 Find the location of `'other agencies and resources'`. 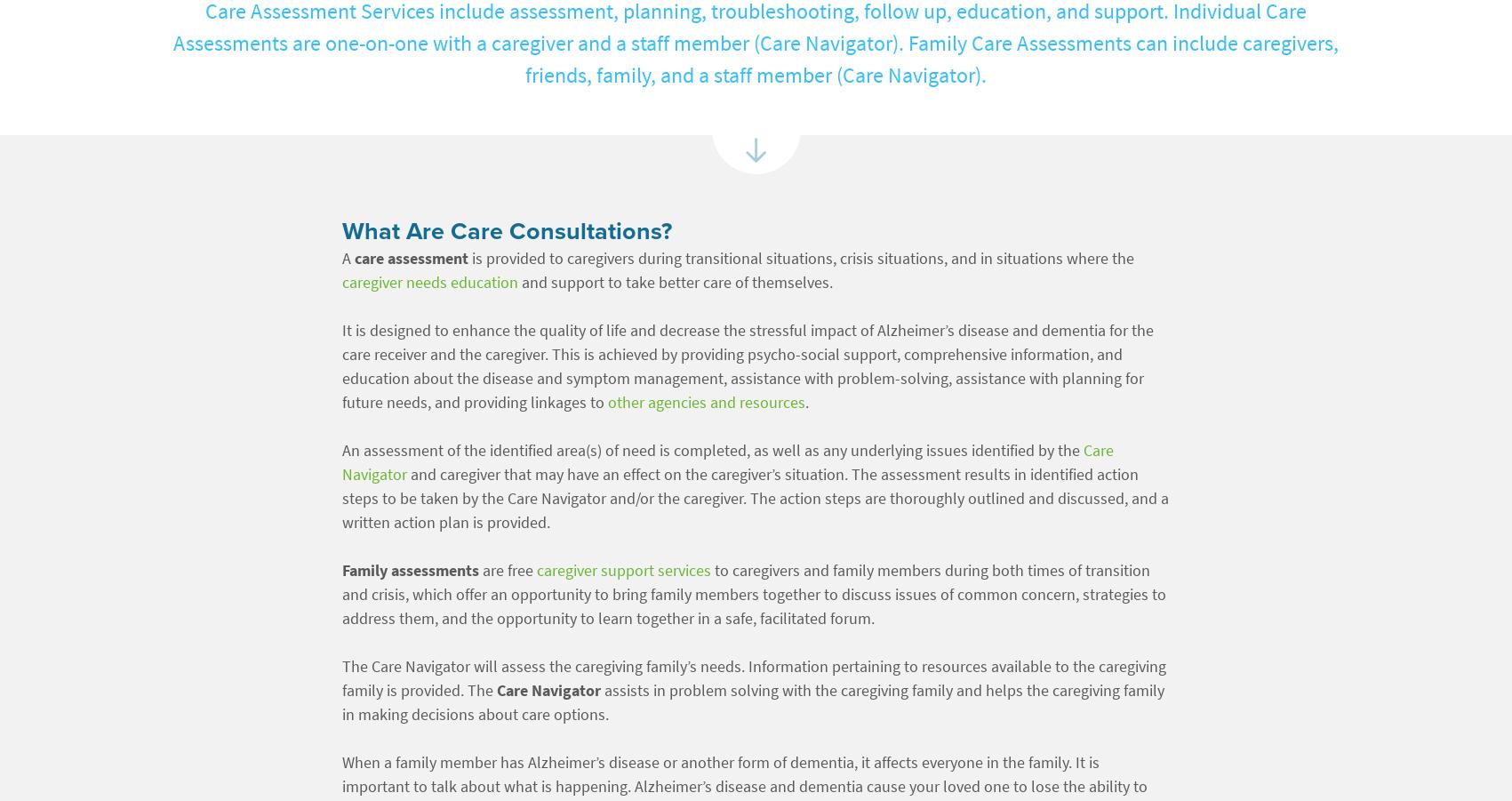

'other agencies and resources' is located at coordinates (706, 403).